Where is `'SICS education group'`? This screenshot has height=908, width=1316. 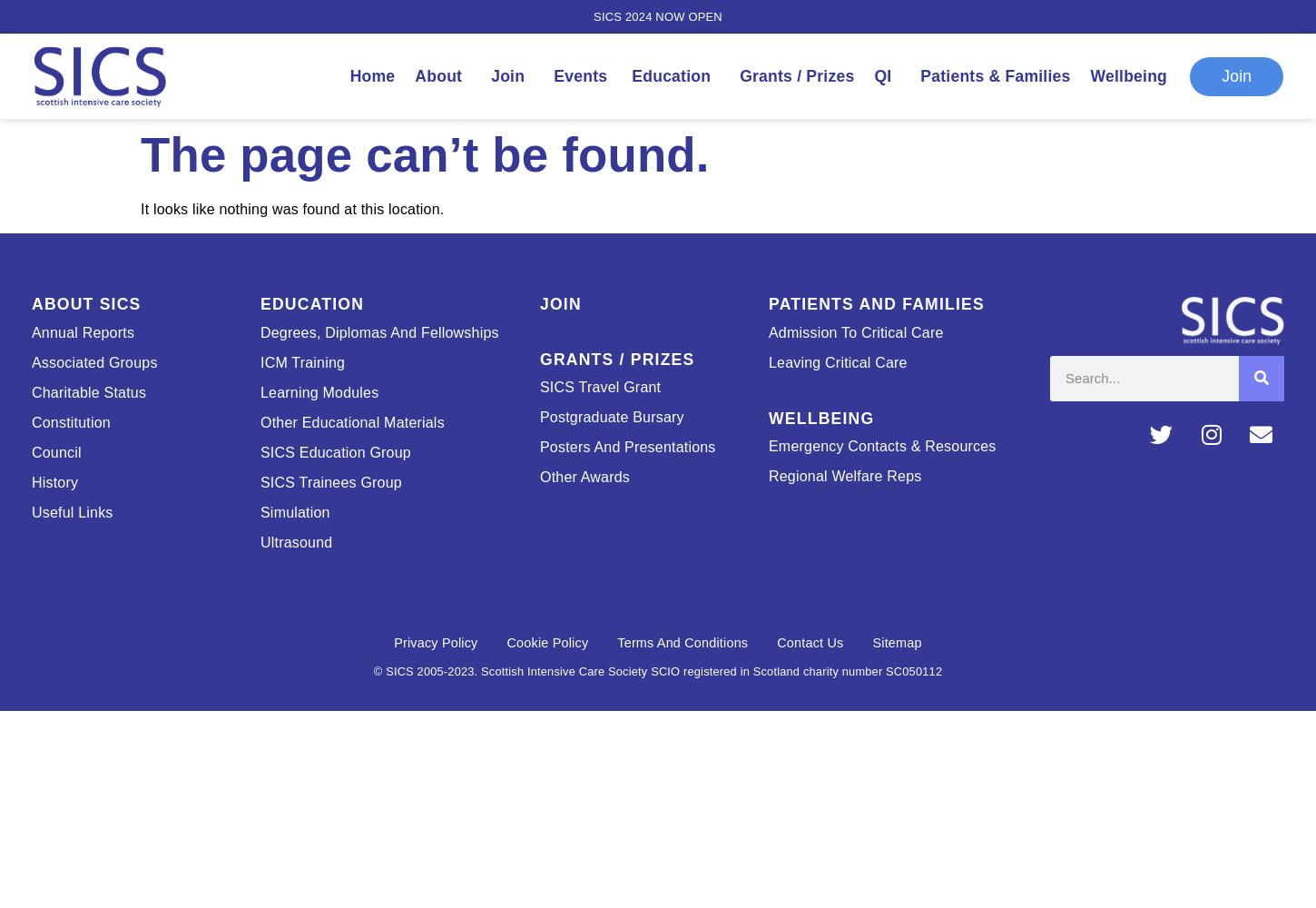
'SICS education group' is located at coordinates (334, 450).